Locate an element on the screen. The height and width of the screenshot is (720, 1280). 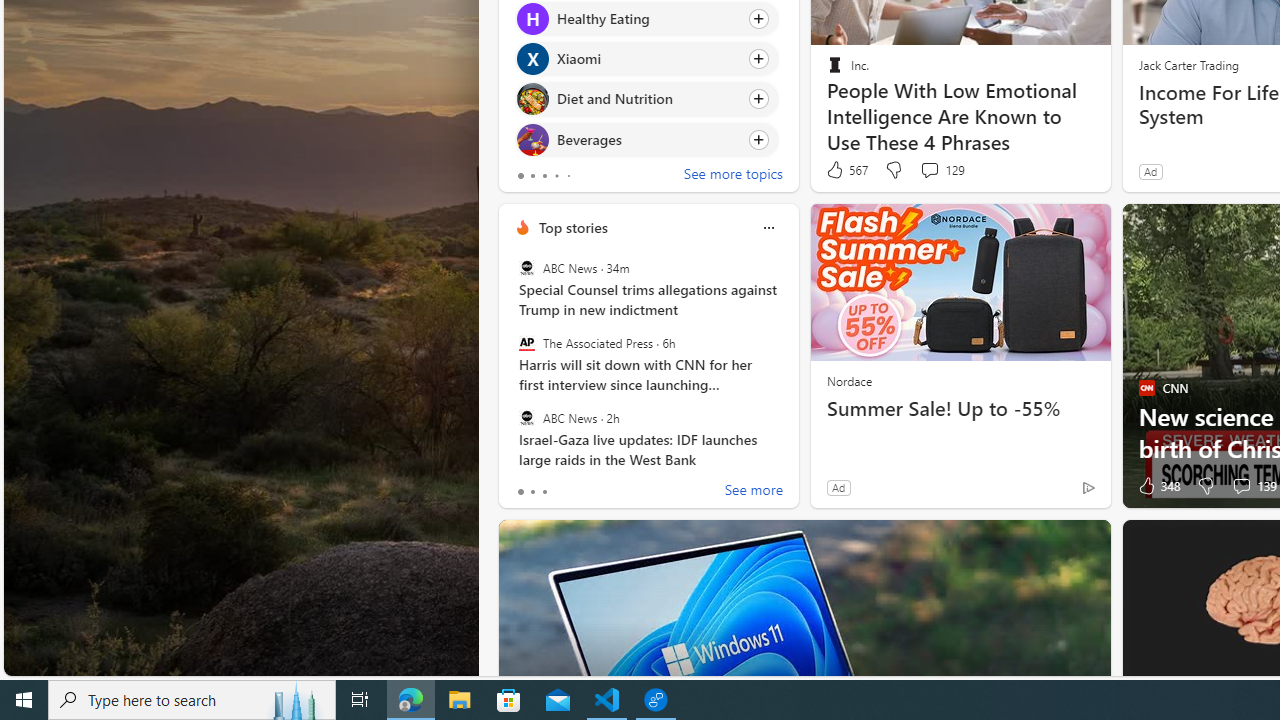
'ABC News' is located at coordinates (526, 416).